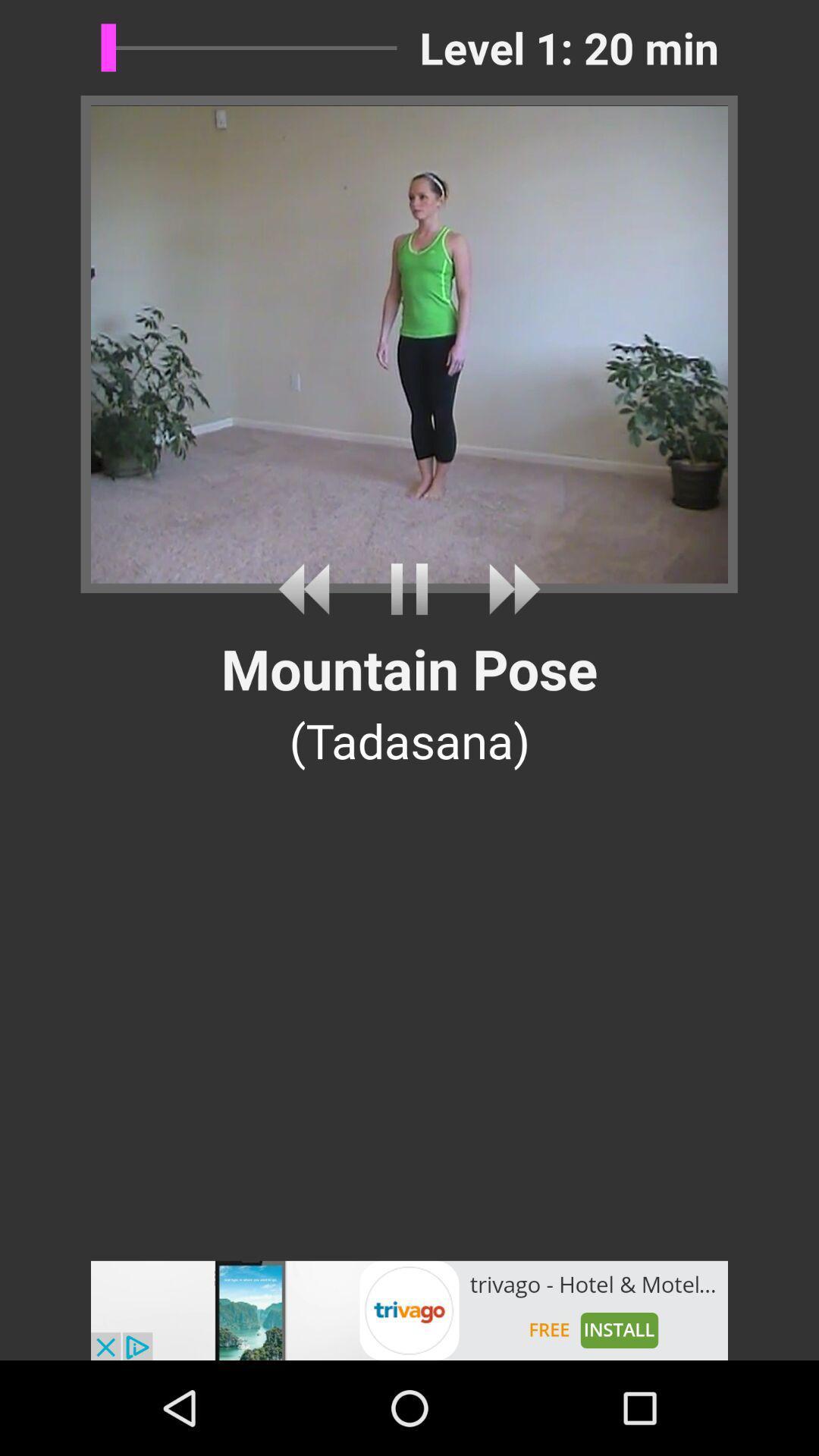  What do you see at coordinates (409, 588) in the screenshot?
I see `mountain pose game` at bounding box center [409, 588].